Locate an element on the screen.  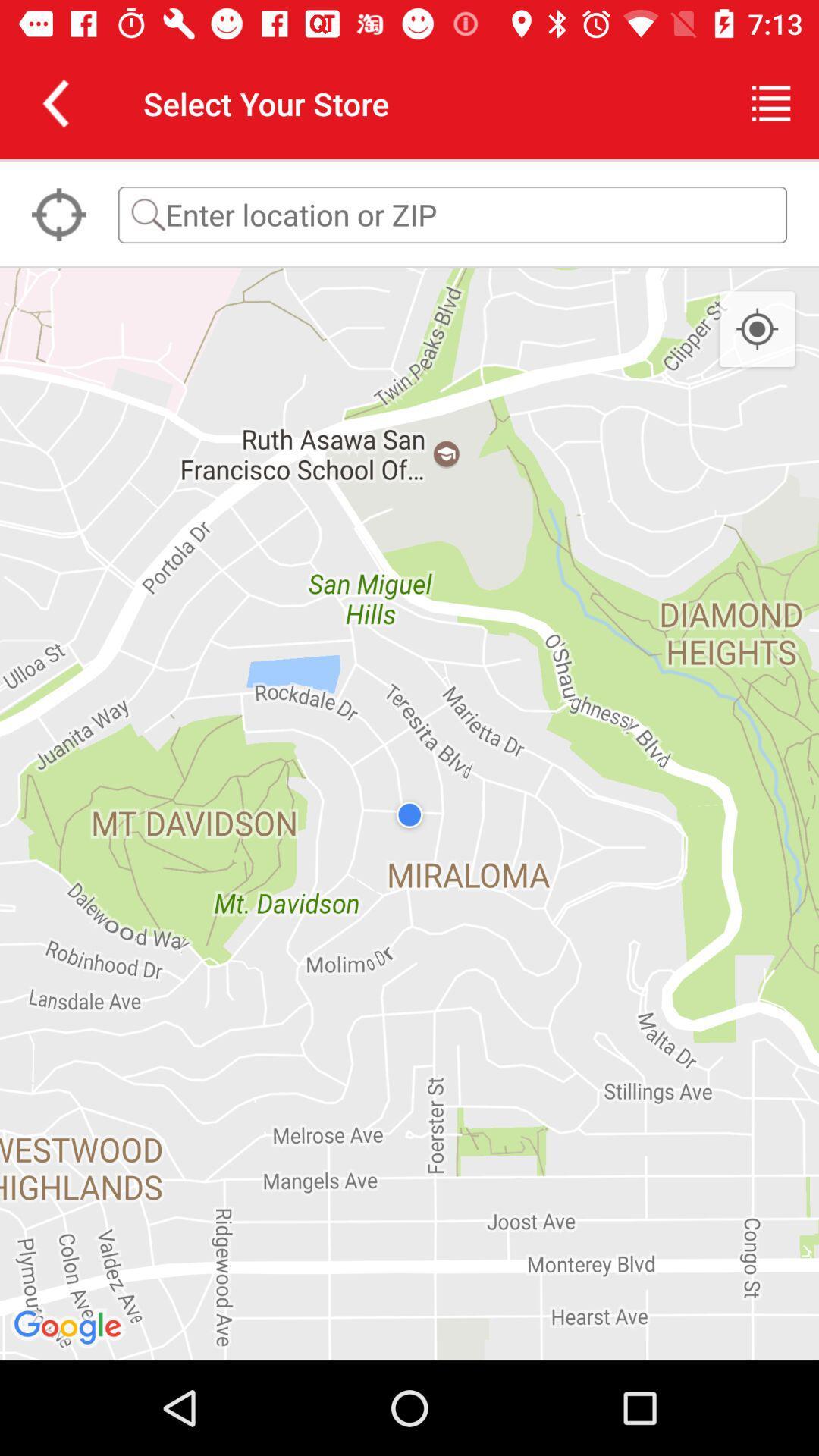
the icon next to the select your store is located at coordinates (55, 102).